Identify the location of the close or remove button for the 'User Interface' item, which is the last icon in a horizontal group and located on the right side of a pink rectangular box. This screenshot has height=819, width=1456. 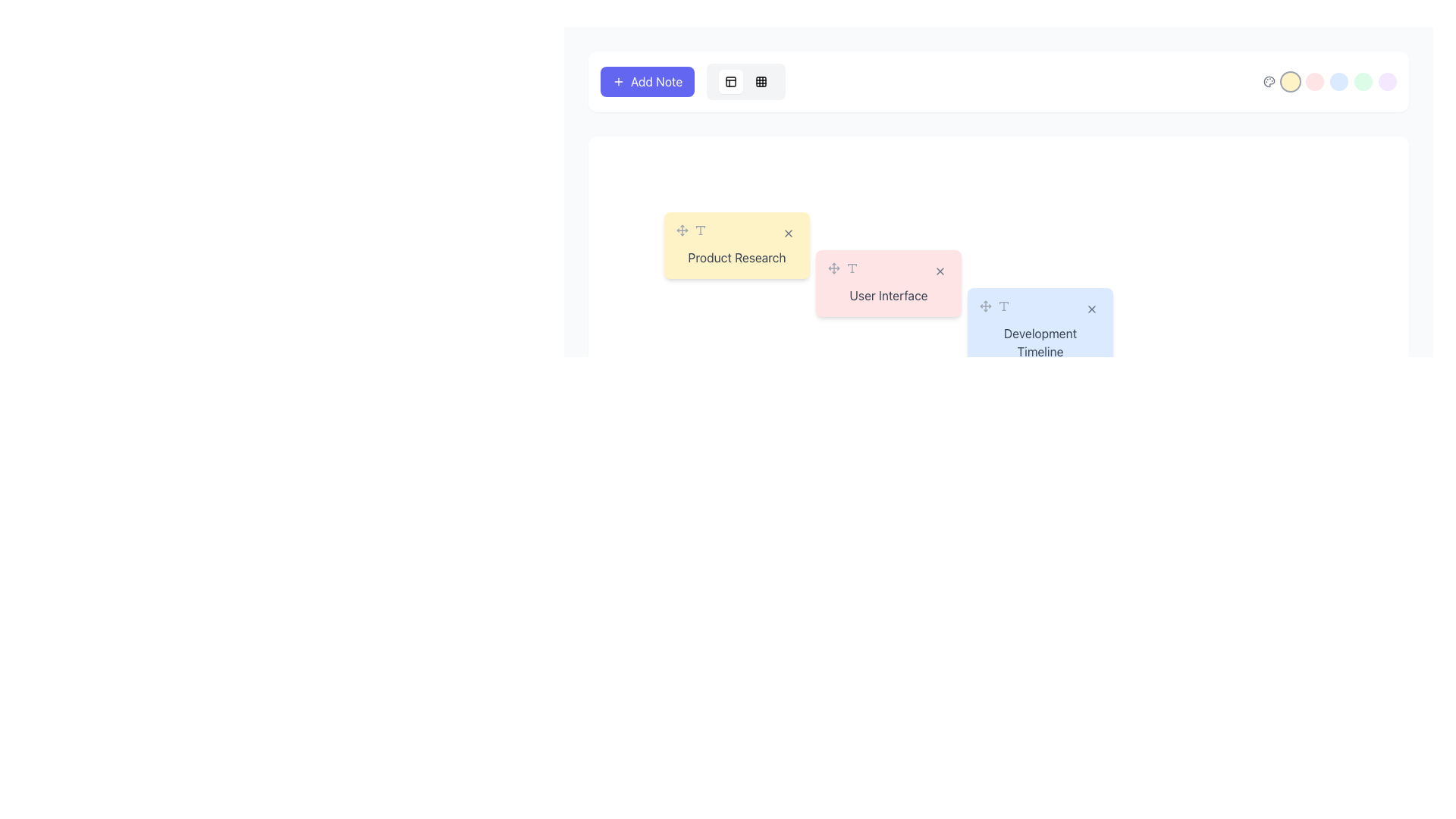
(939, 271).